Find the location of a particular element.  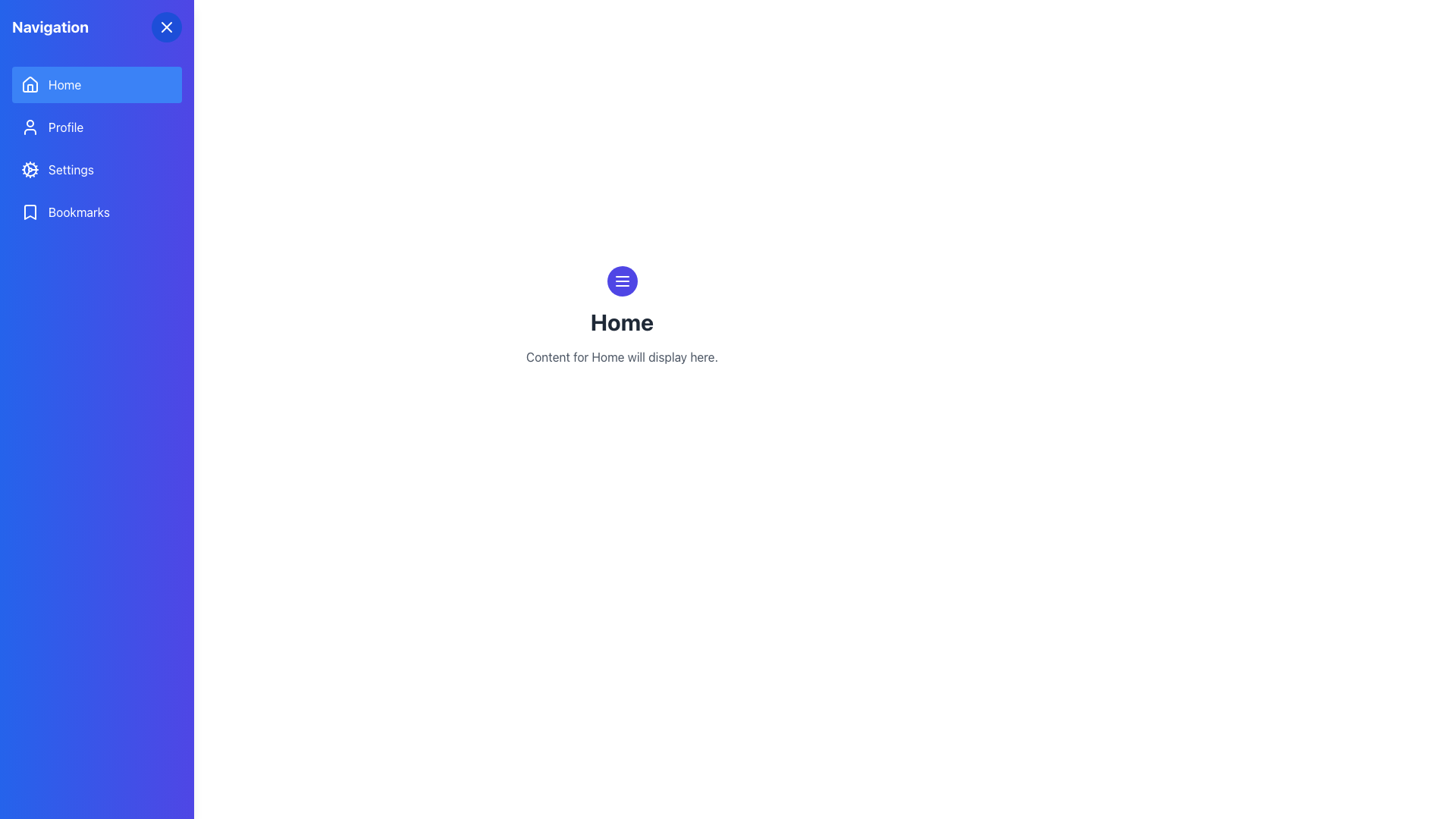

the circular button with an indigo-blue background and white menu-like pattern is located at coordinates (622, 281).